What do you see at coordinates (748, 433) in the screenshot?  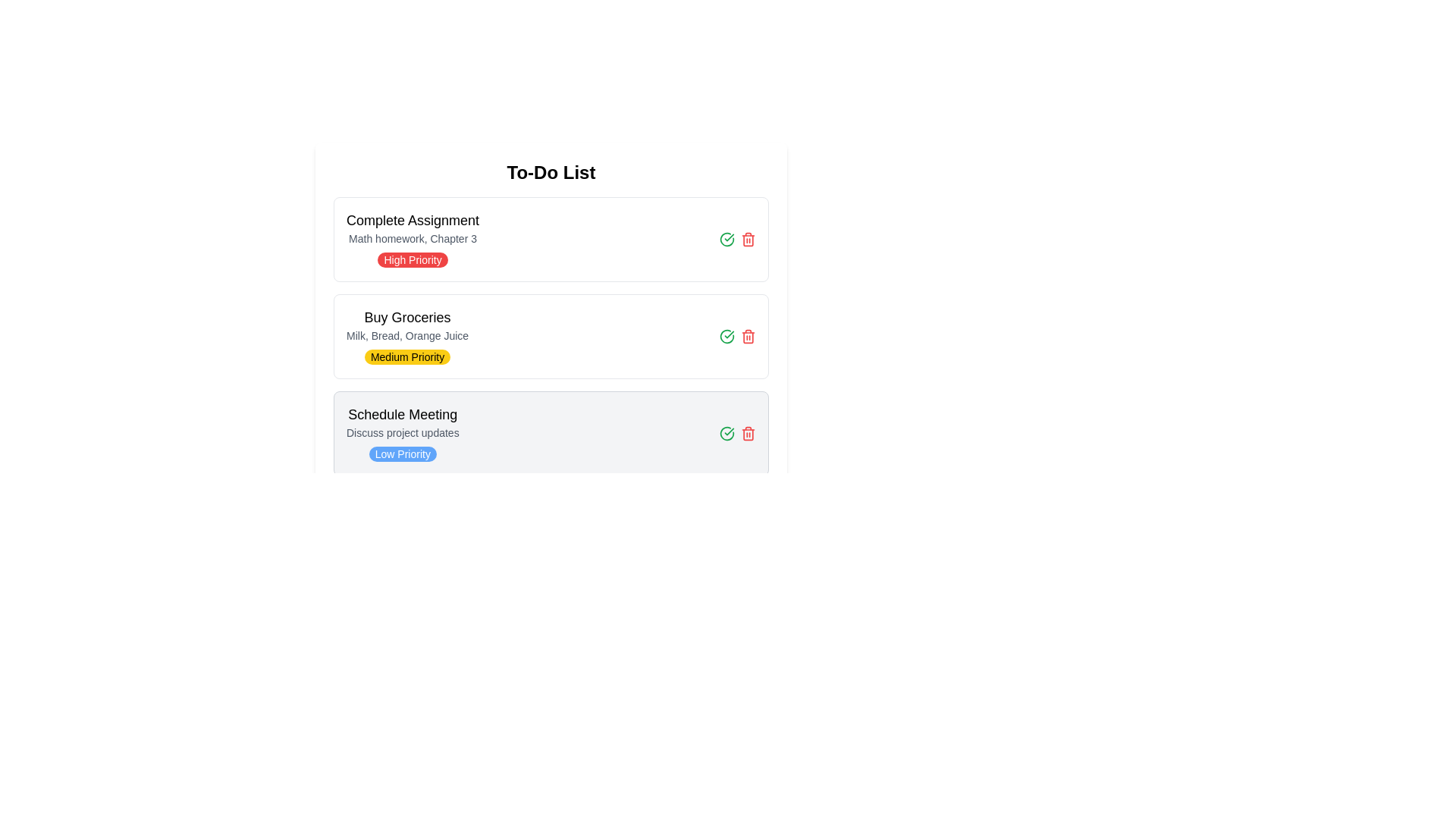 I see `the red trash can icon located at the far-right end of the to-do list item` at bounding box center [748, 433].